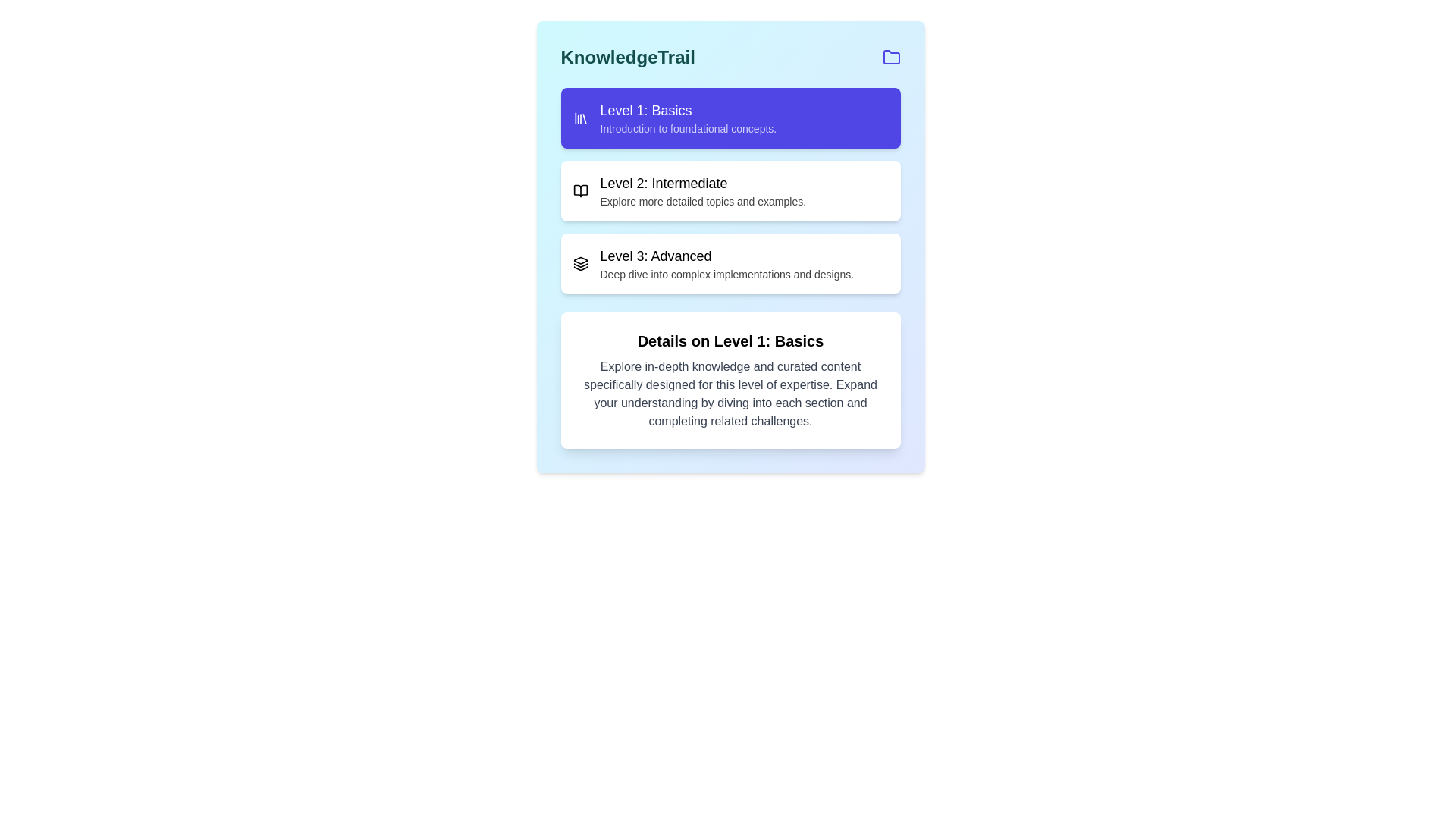 The height and width of the screenshot is (819, 1456). Describe the element at coordinates (687, 117) in the screenshot. I see `the text content for the 'Level 1: Basics' topic` at that location.